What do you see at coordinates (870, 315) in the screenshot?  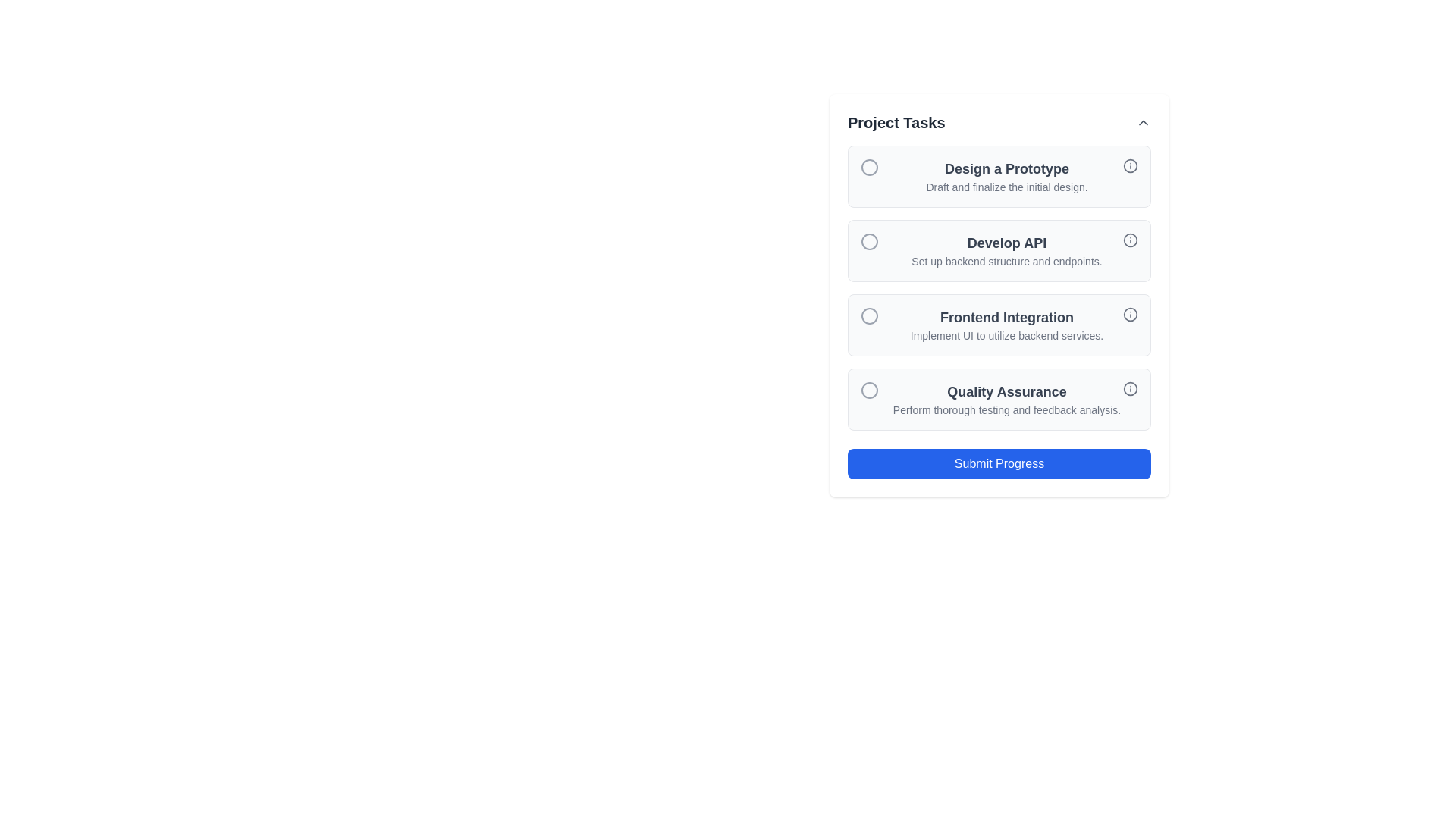 I see `the circular radio button` at bounding box center [870, 315].